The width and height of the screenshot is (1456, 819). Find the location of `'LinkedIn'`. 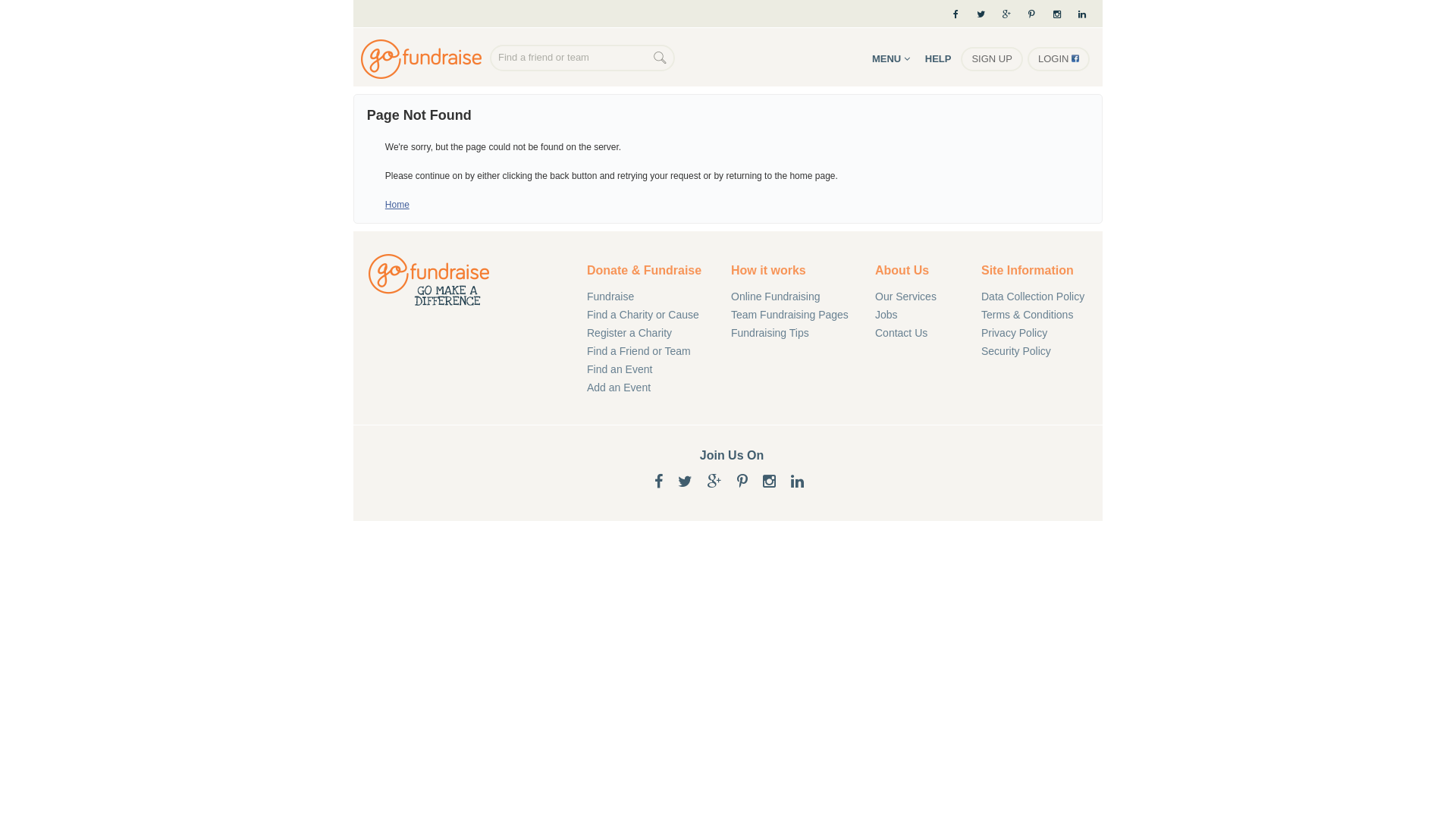

'LinkedIn' is located at coordinates (796, 482).